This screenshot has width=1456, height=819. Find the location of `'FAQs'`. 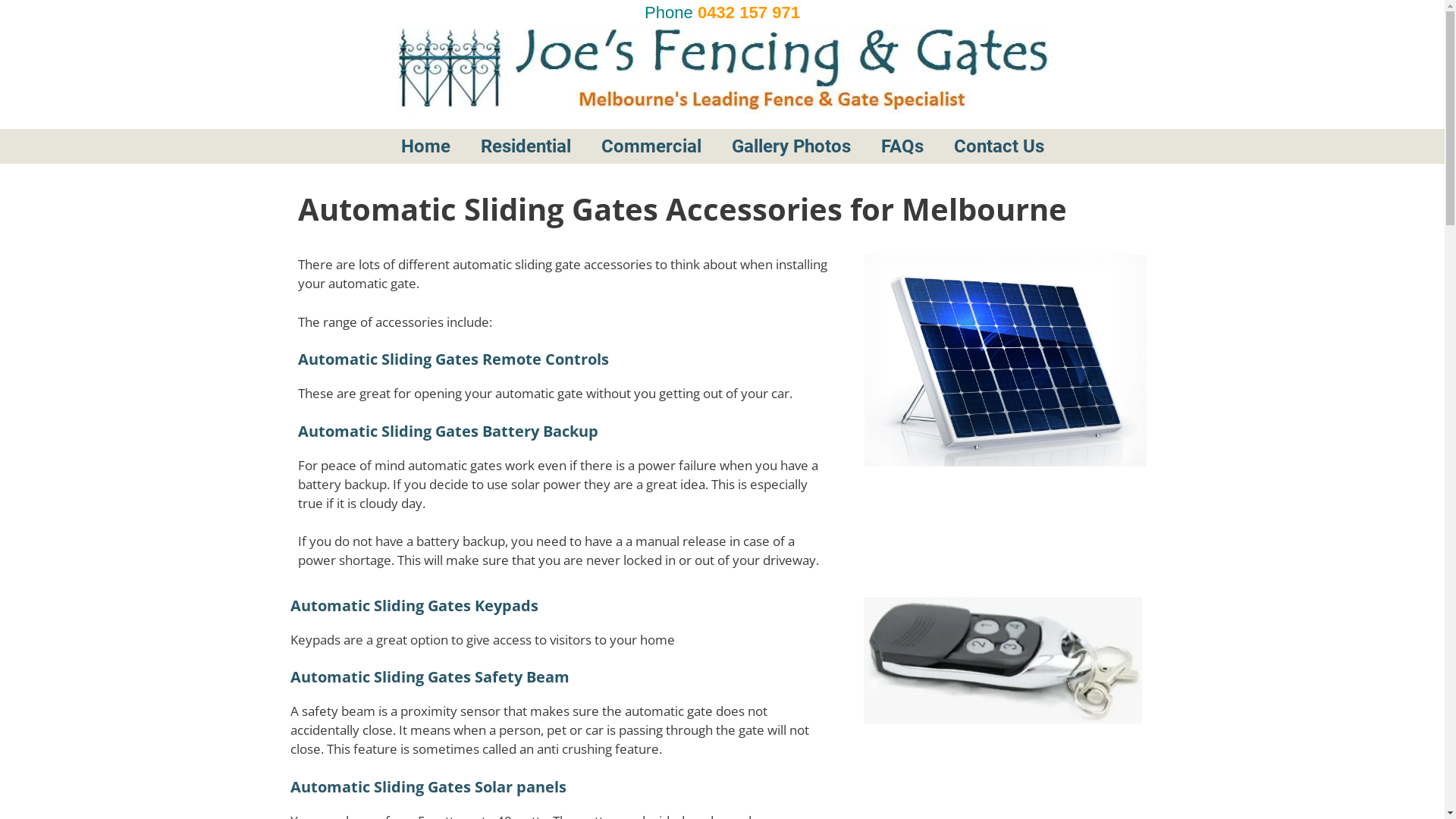

'FAQs' is located at coordinates (902, 146).